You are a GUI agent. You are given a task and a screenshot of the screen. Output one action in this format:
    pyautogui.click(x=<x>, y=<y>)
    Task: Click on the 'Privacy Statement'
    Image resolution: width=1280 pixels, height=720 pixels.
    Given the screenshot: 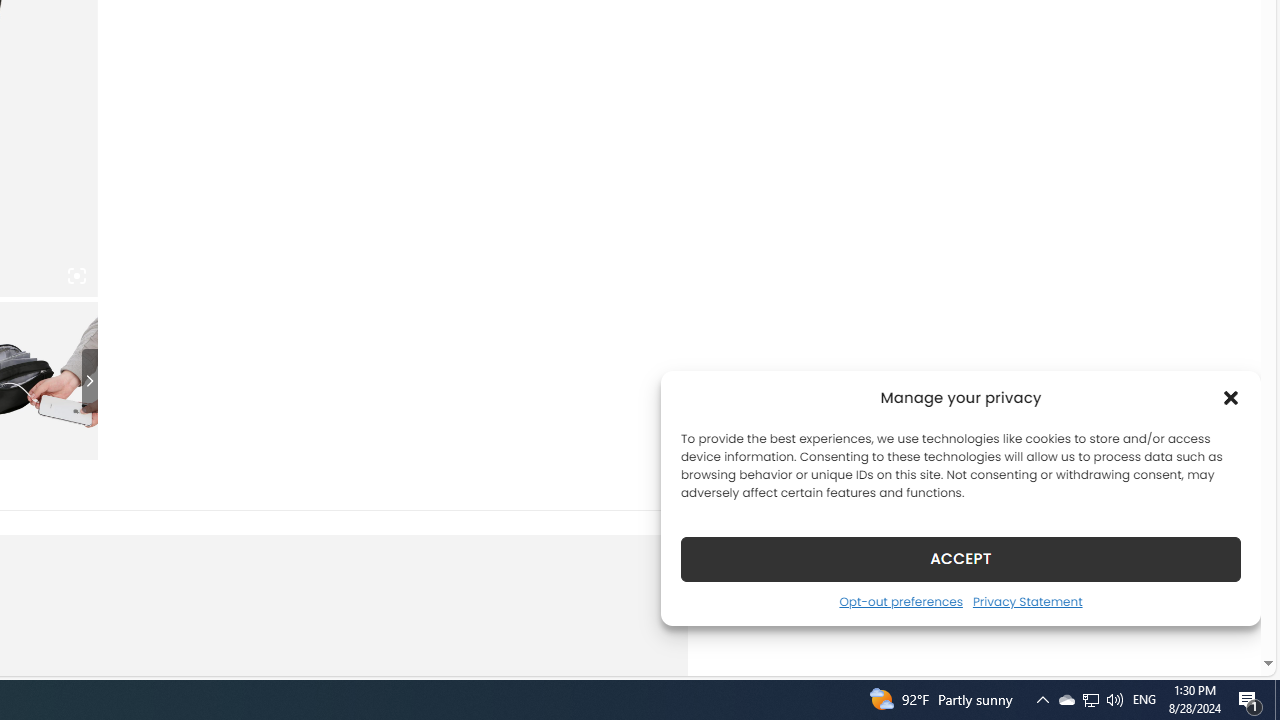 What is the action you would take?
    pyautogui.click(x=1027, y=600)
    